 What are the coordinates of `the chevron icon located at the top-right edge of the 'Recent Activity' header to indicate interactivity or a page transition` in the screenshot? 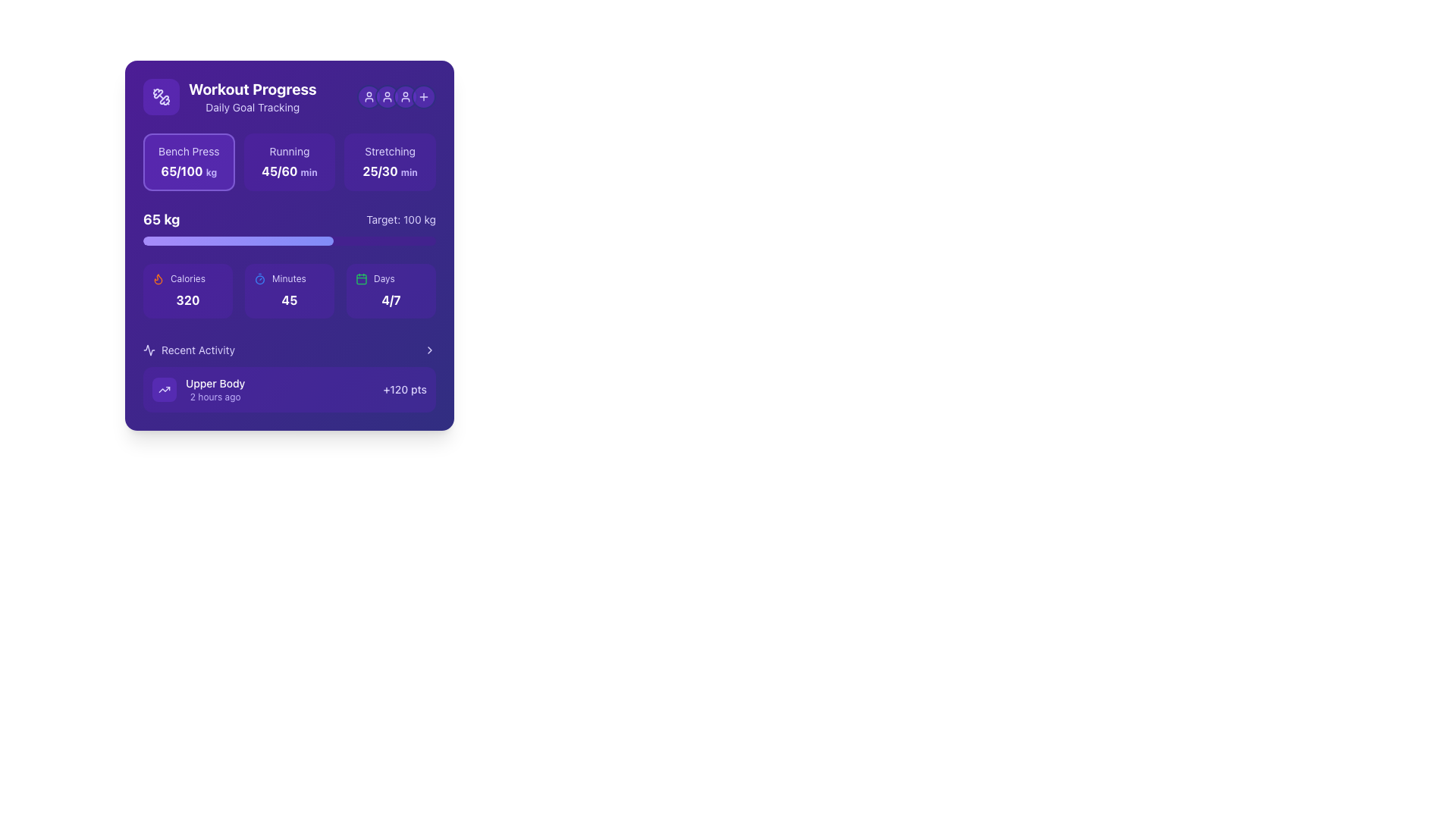 It's located at (428, 350).